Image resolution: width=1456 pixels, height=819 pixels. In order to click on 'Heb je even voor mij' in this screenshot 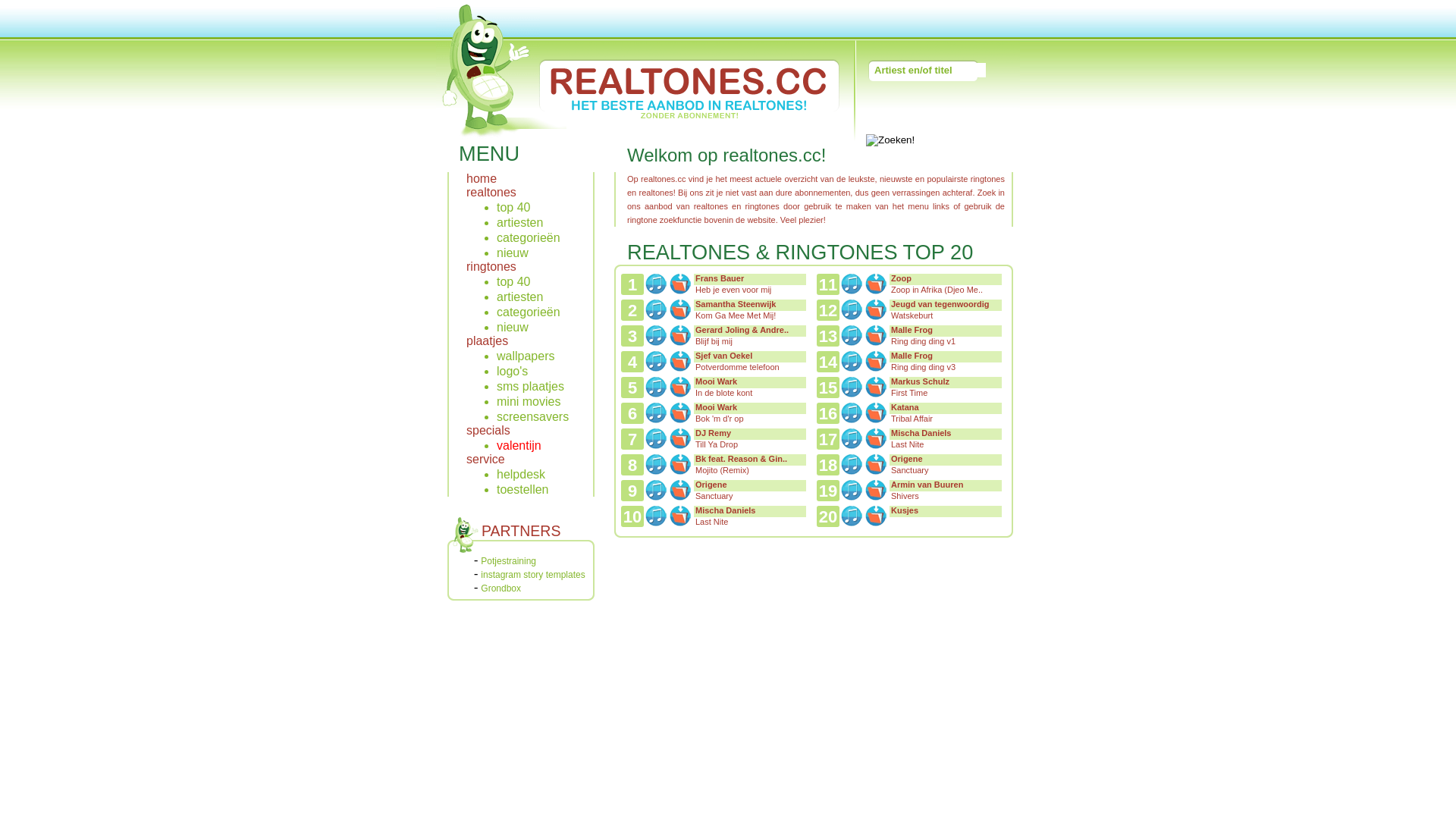, I will do `click(733, 289)`.